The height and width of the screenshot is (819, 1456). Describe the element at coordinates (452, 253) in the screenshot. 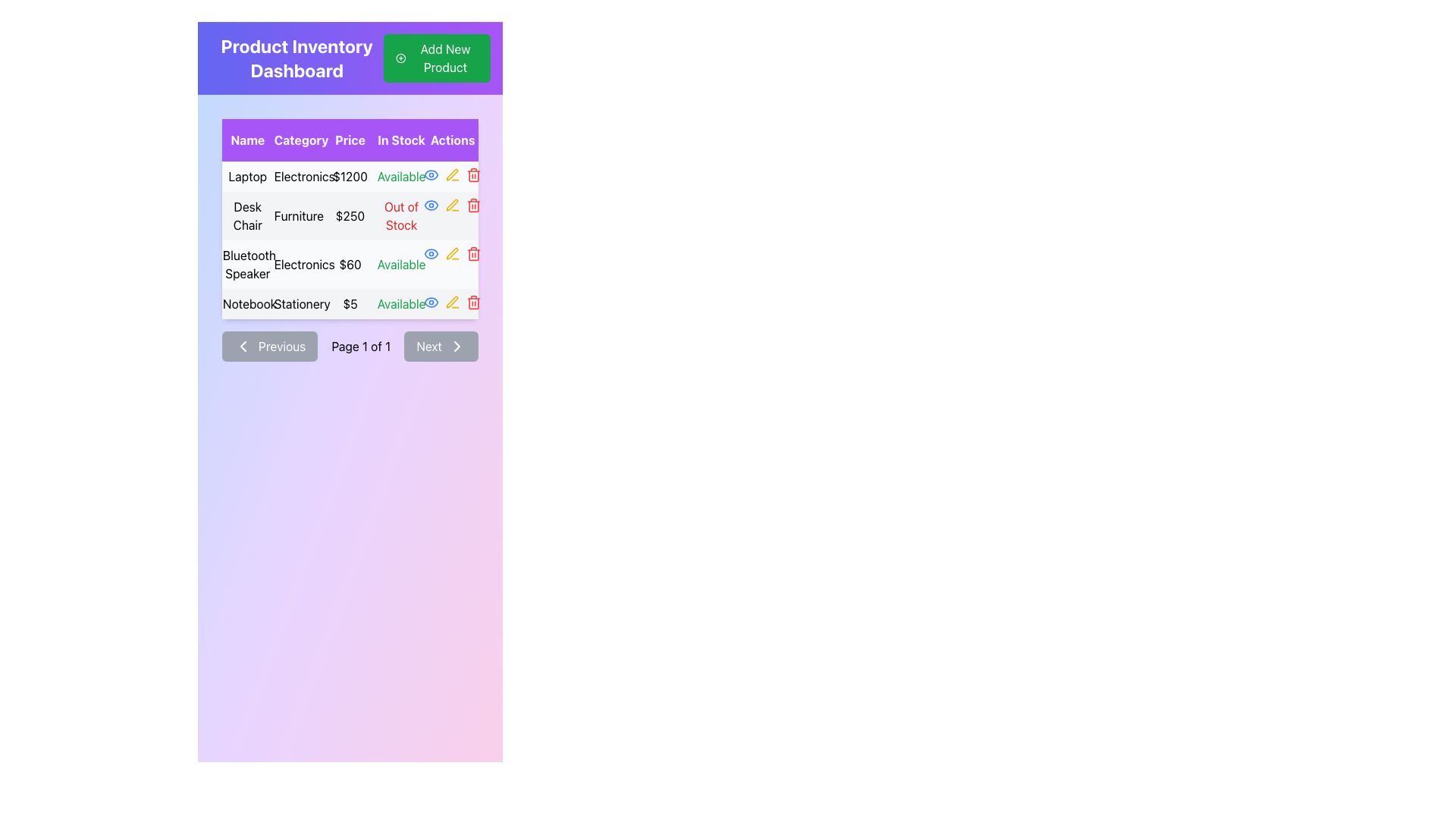

I see `the yellow pencil icon in the 'Actions' column for the product 'Bluetooth Speaker' to change its color to darker yellow` at that location.